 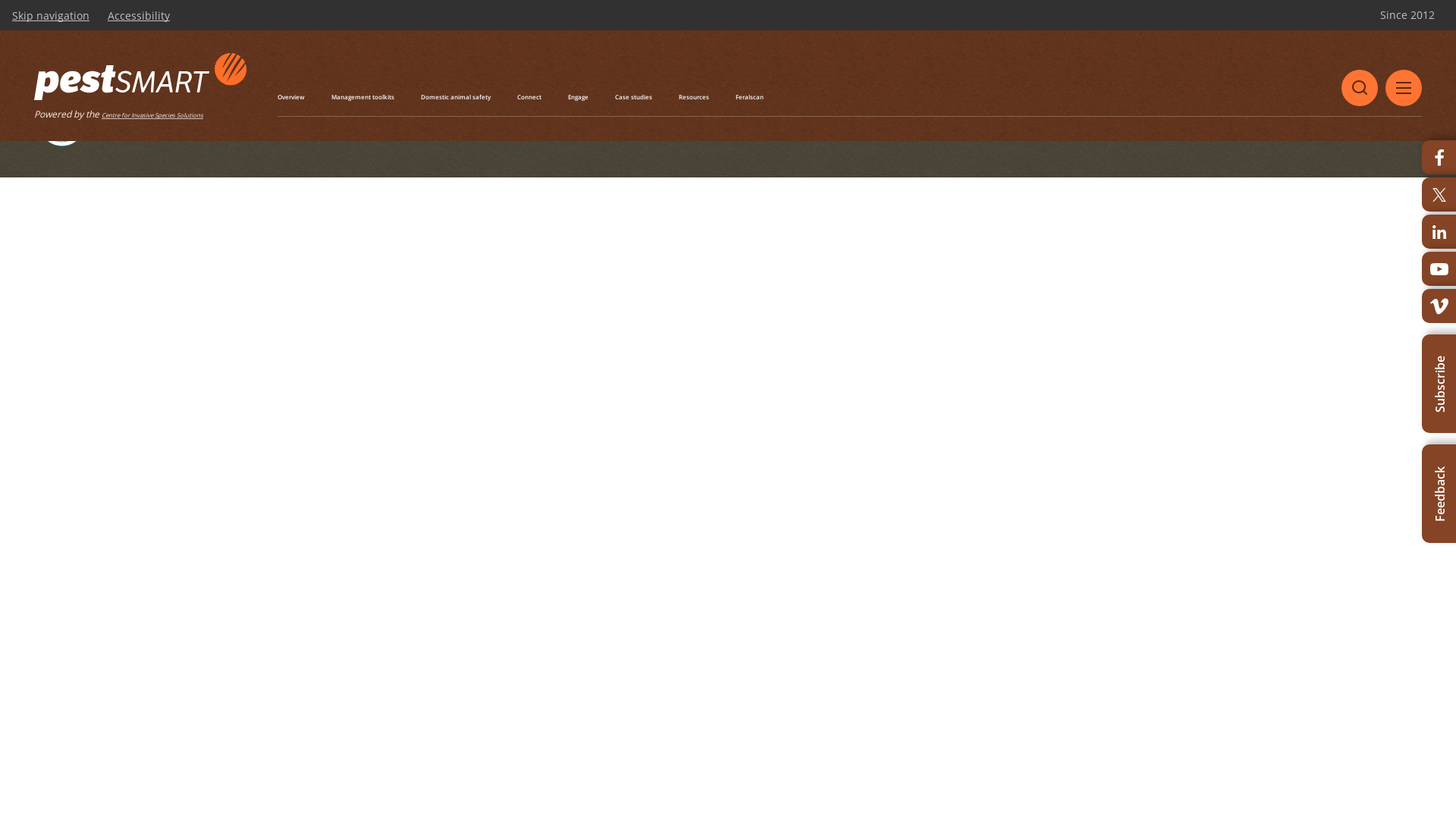 I want to click on 'Case studies', so click(x=633, y=96).